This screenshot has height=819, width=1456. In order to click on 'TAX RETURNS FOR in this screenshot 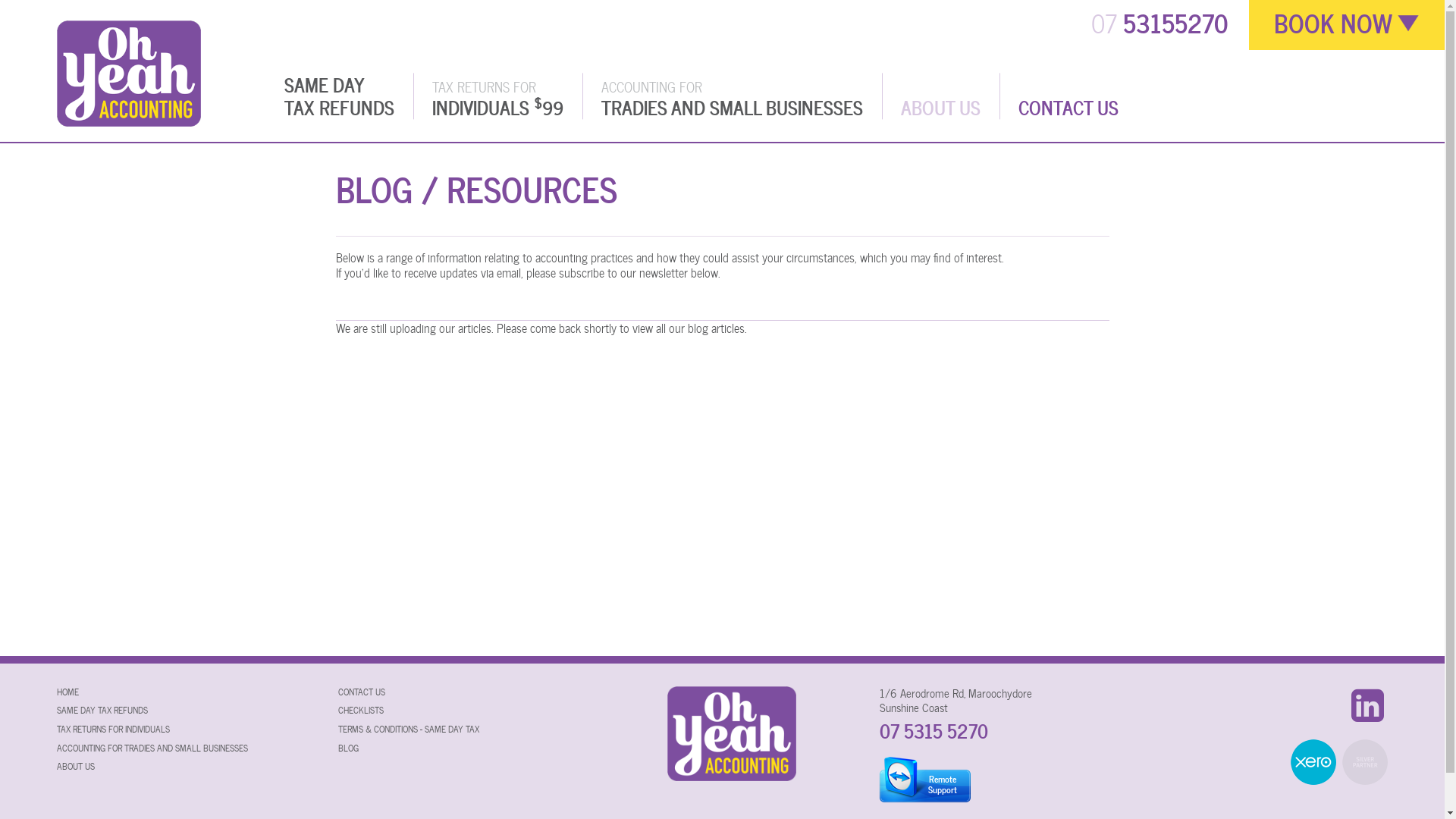, I will do `click(412, 96)`.